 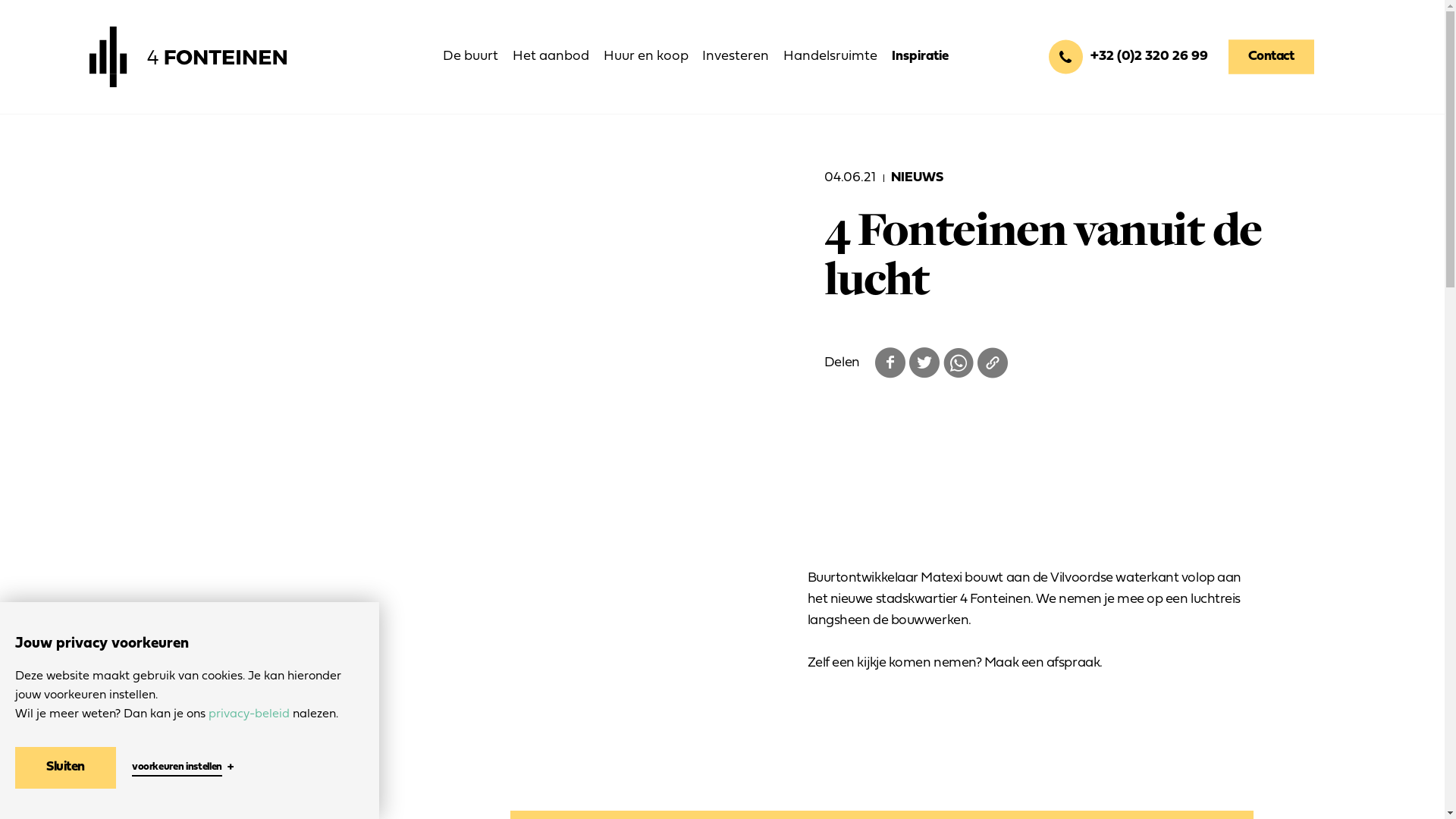 I want to click on 'Investeren', so click(x=701, y=55).